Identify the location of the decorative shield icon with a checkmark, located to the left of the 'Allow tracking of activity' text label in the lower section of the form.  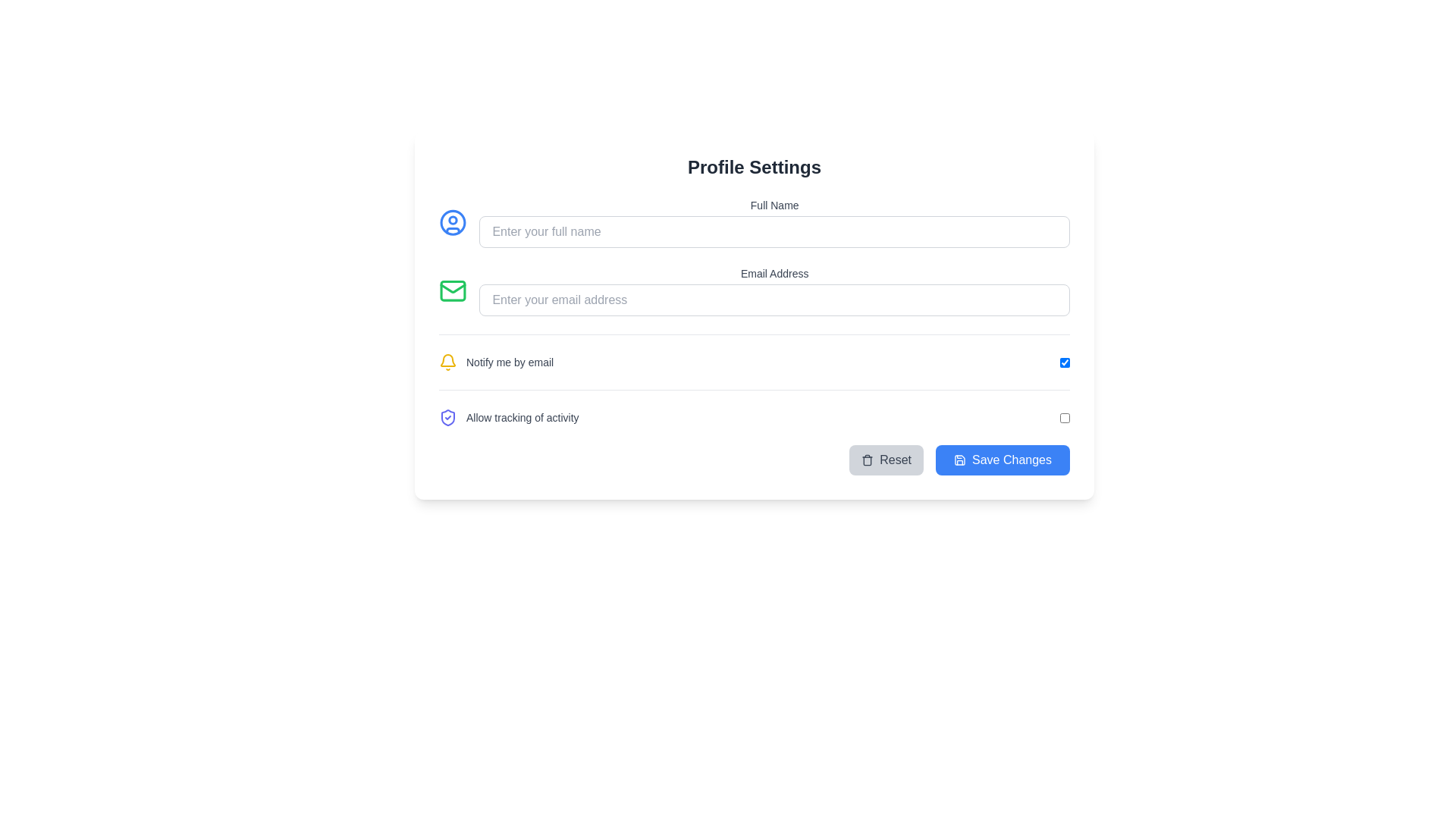
(447, 418).